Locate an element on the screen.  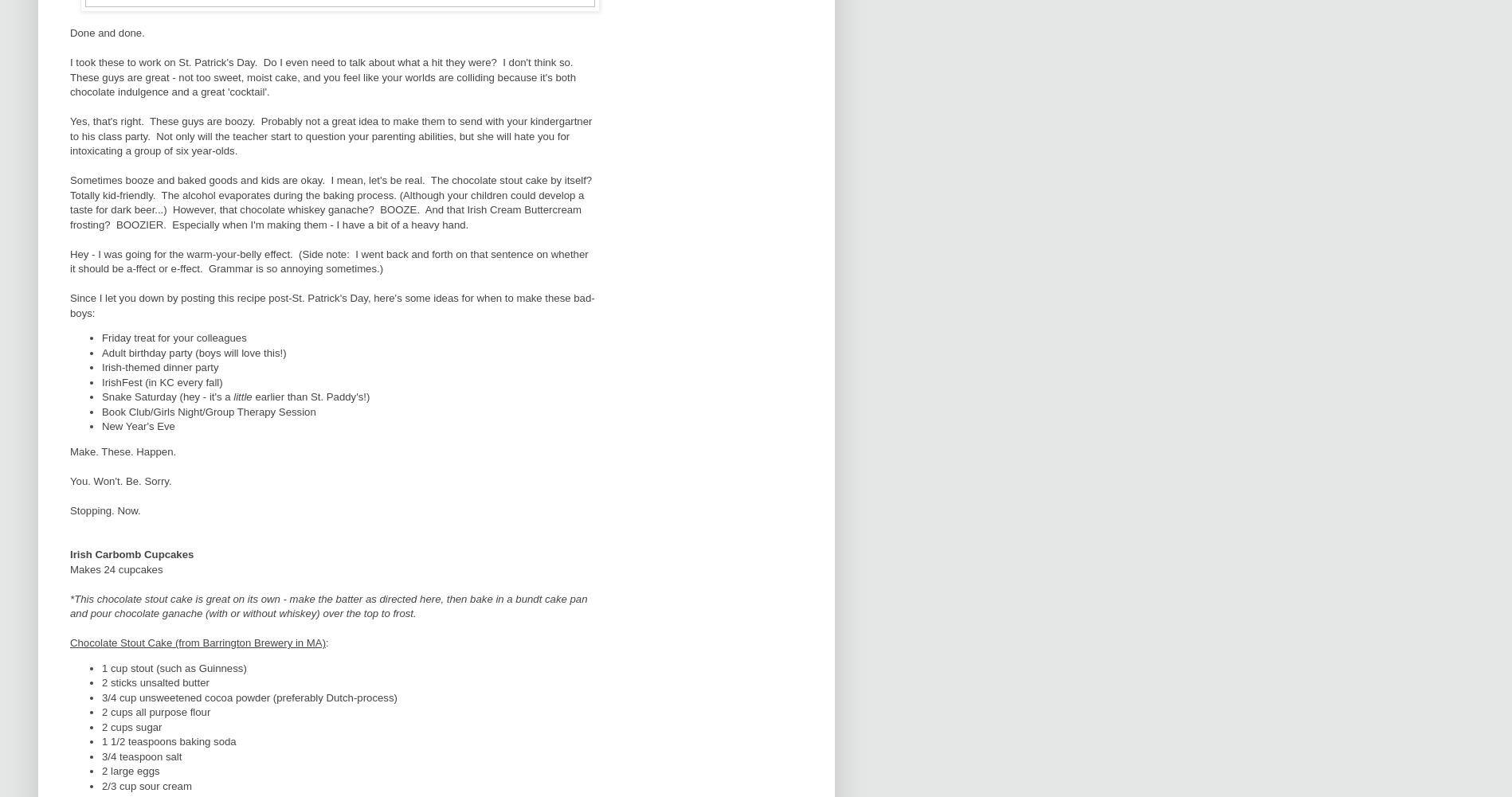
'3/4 cup unsweetened cocoa powder (preferably Dutch-process)' is located at coordinates (248, 697).